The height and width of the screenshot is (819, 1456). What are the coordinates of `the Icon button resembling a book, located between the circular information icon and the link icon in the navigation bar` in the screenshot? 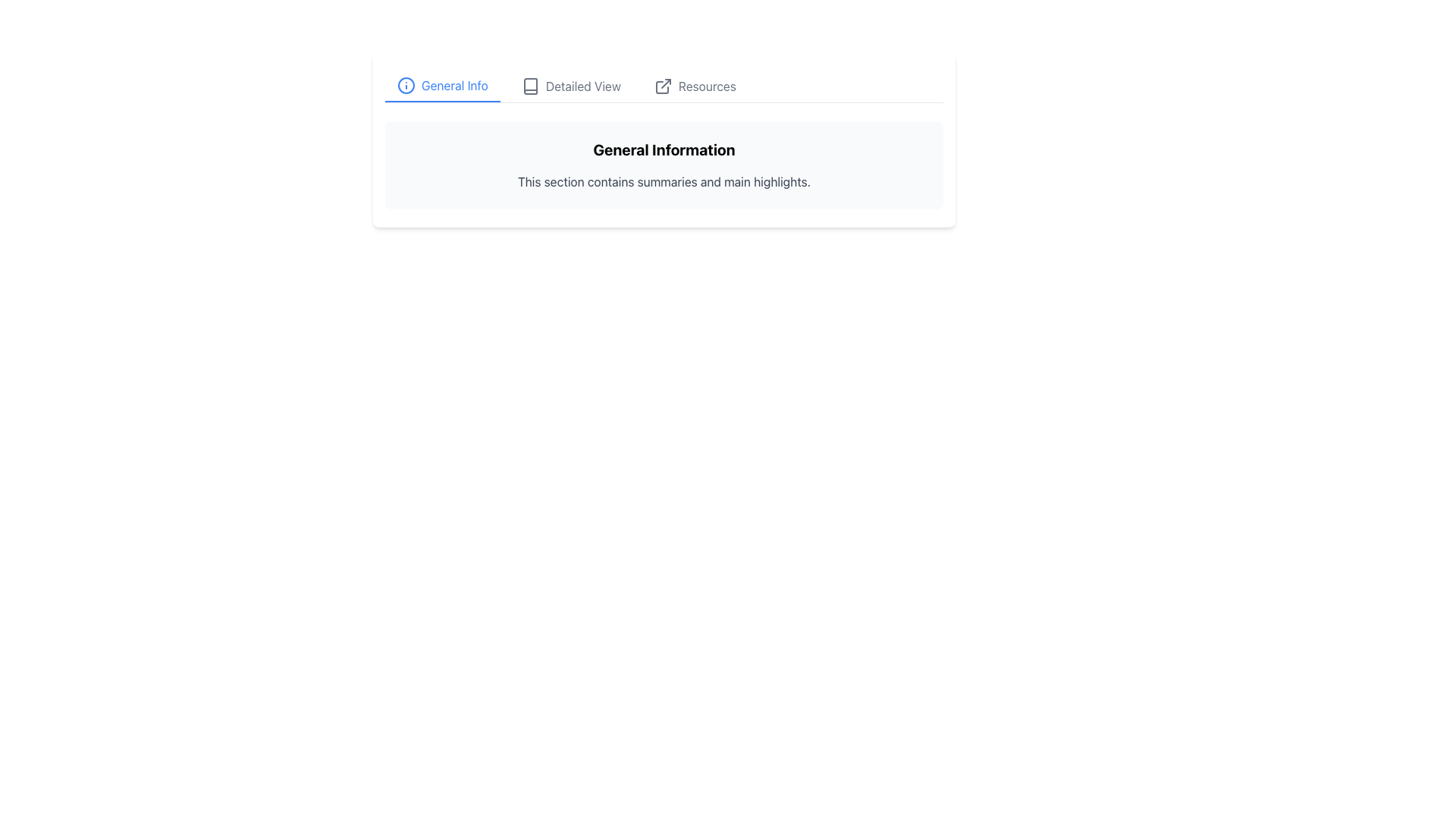 It's located at (530, 86).